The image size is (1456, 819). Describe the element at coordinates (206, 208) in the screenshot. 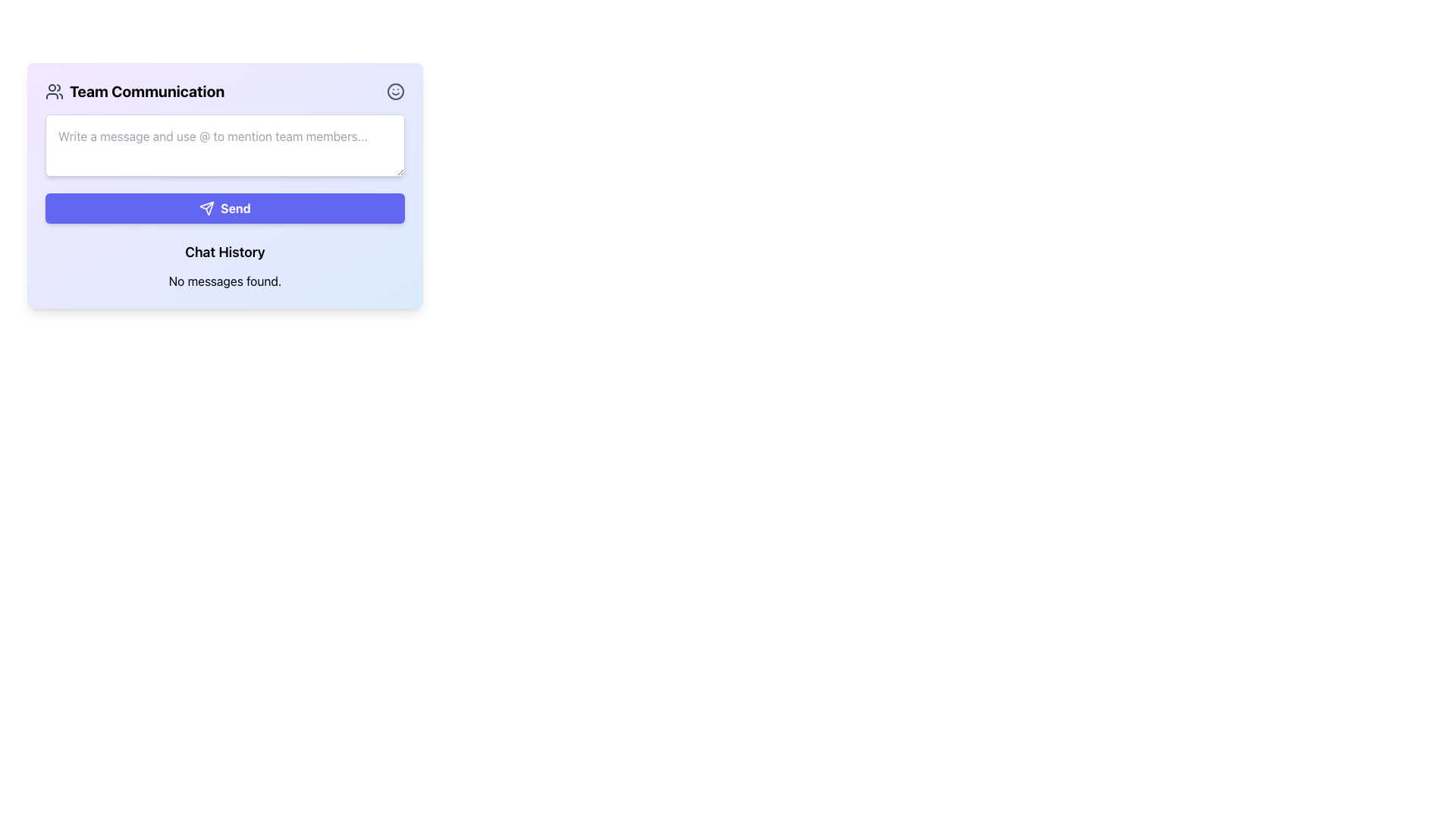

I see `the 'Send' button icon that represents the action of sending a message, located below the input field` at that location.